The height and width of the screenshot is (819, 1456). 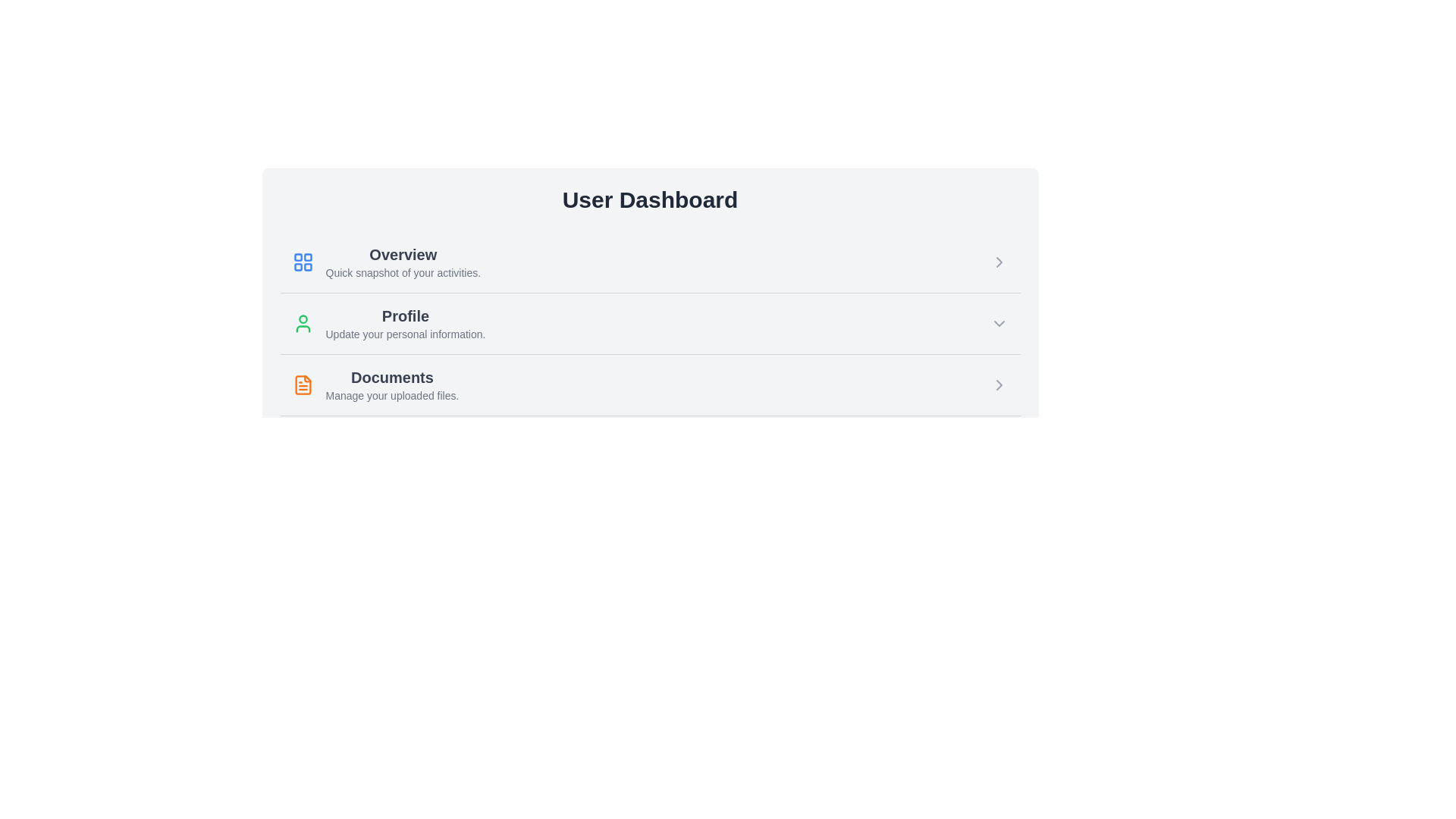 I want to click on the textual label that reads 'Update your personal information.' which is styled with a smaller font size and gray text, located directly below the 'Profile' title in the dashboard layout, so click(x=405, y=333).